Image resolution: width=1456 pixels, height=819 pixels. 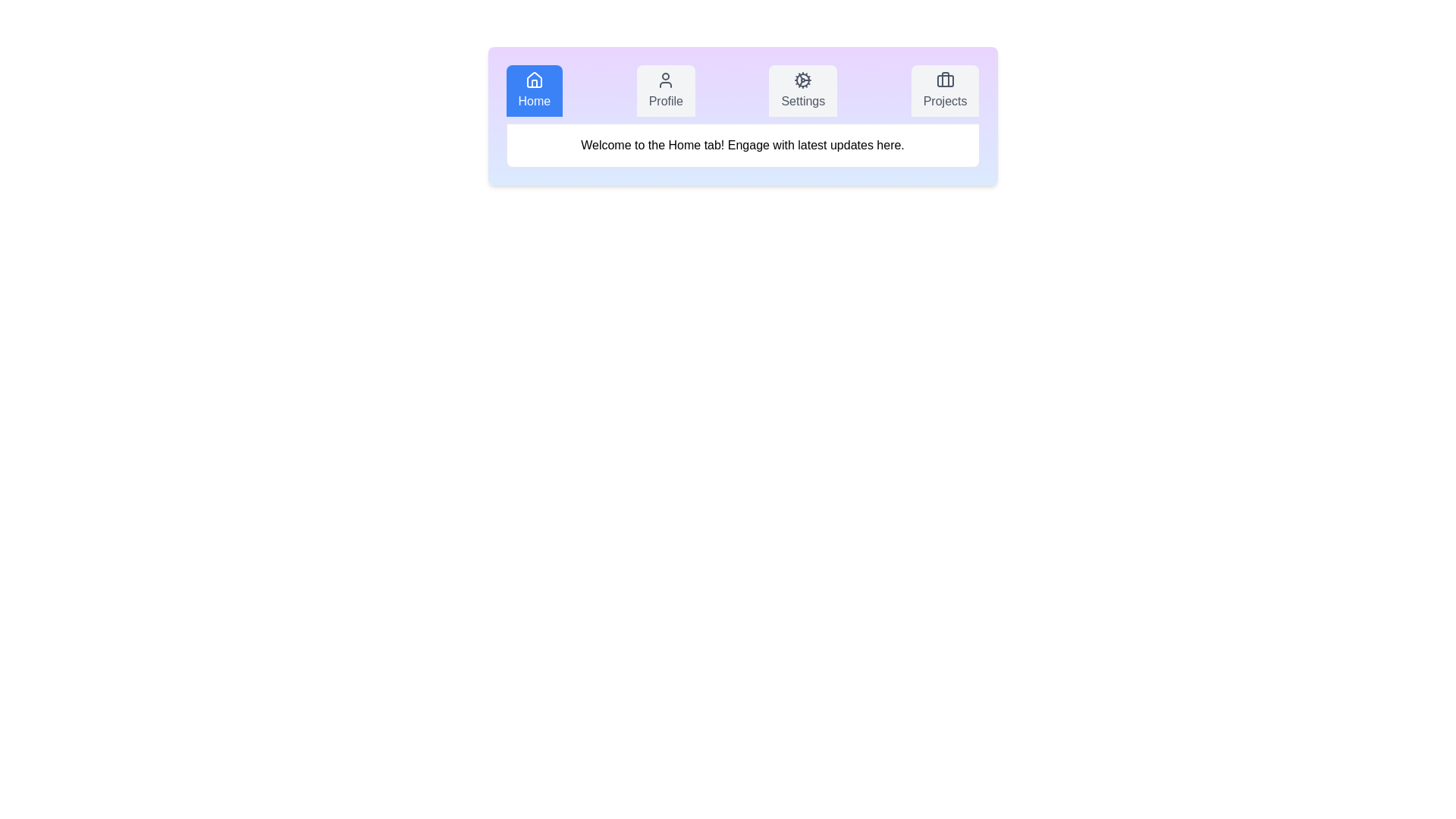 I want to click on the circular cogwheel design element within the 'Settings' tab of the navigation bar, so click(x=802, y=80).